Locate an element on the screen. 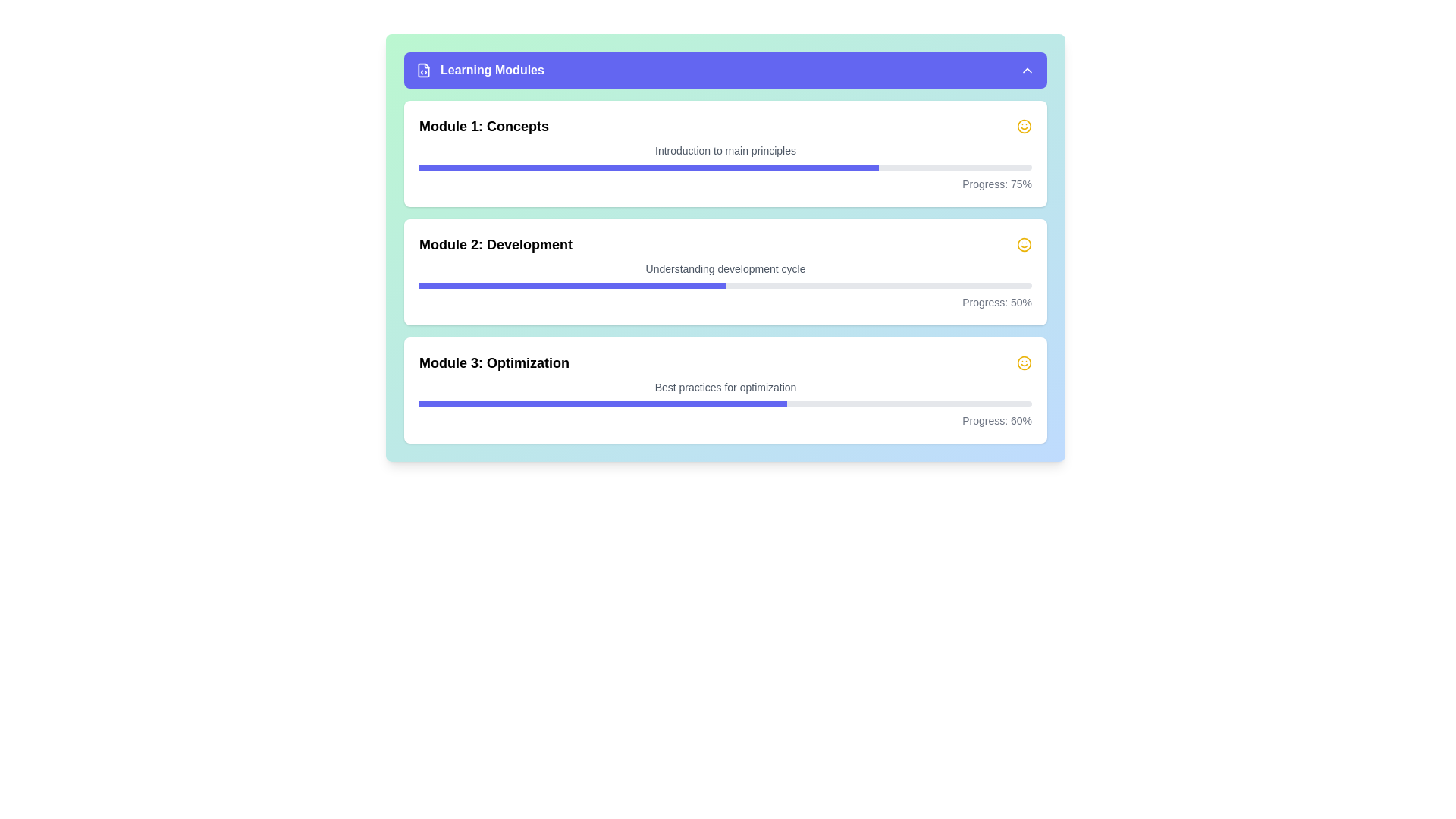 The image size is (1456, 819). the circular graphical feature with a yellow outline that is part of the smiley face icon associated with Module 2: Development is located at coordinates (1024, 362).